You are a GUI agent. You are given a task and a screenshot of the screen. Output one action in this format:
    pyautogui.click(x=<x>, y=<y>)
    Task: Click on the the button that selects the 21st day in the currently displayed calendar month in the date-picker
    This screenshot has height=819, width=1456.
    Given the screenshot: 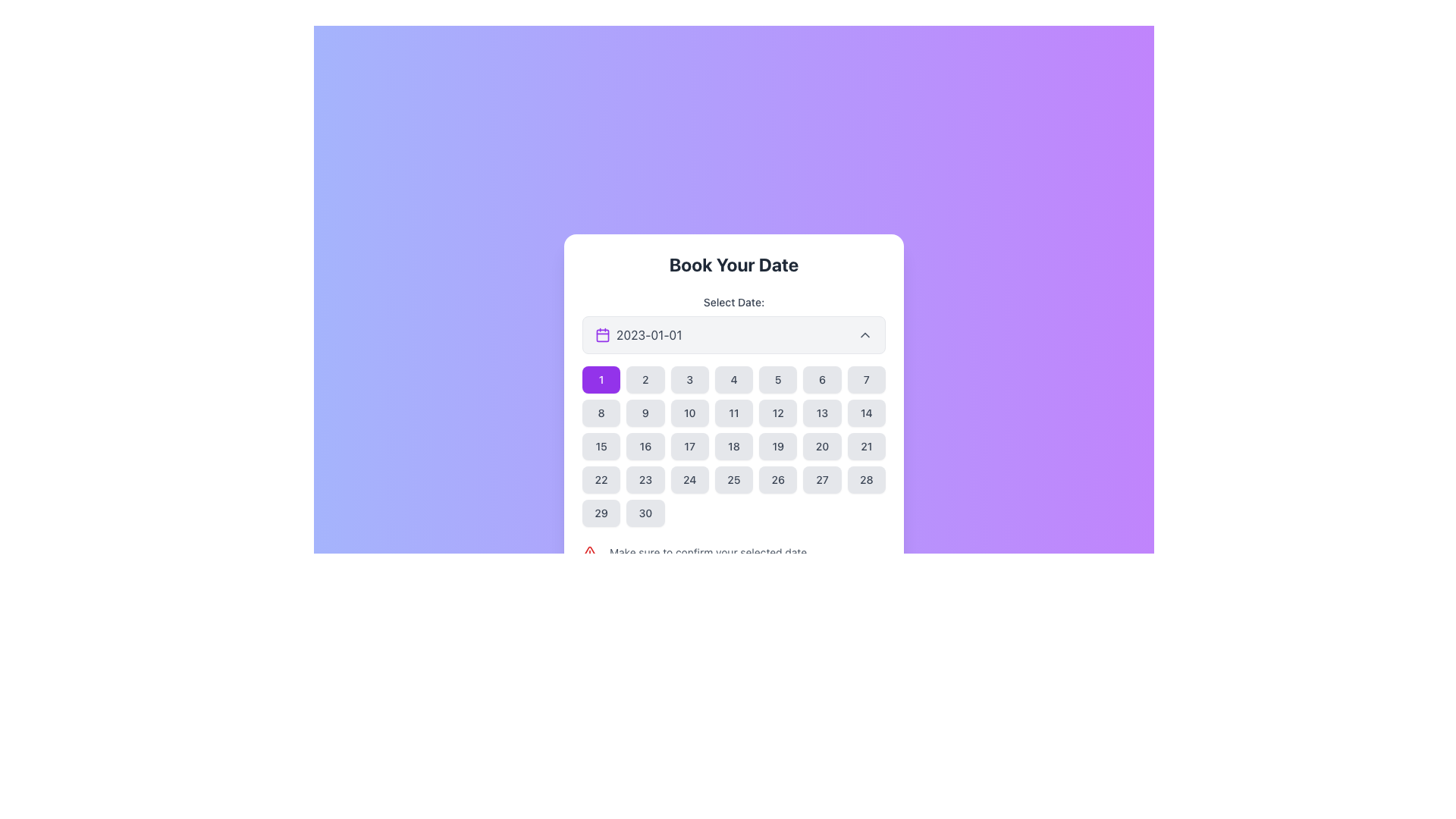 What is the action you would take?
    pyautogui.click(x=866, y=446)
    